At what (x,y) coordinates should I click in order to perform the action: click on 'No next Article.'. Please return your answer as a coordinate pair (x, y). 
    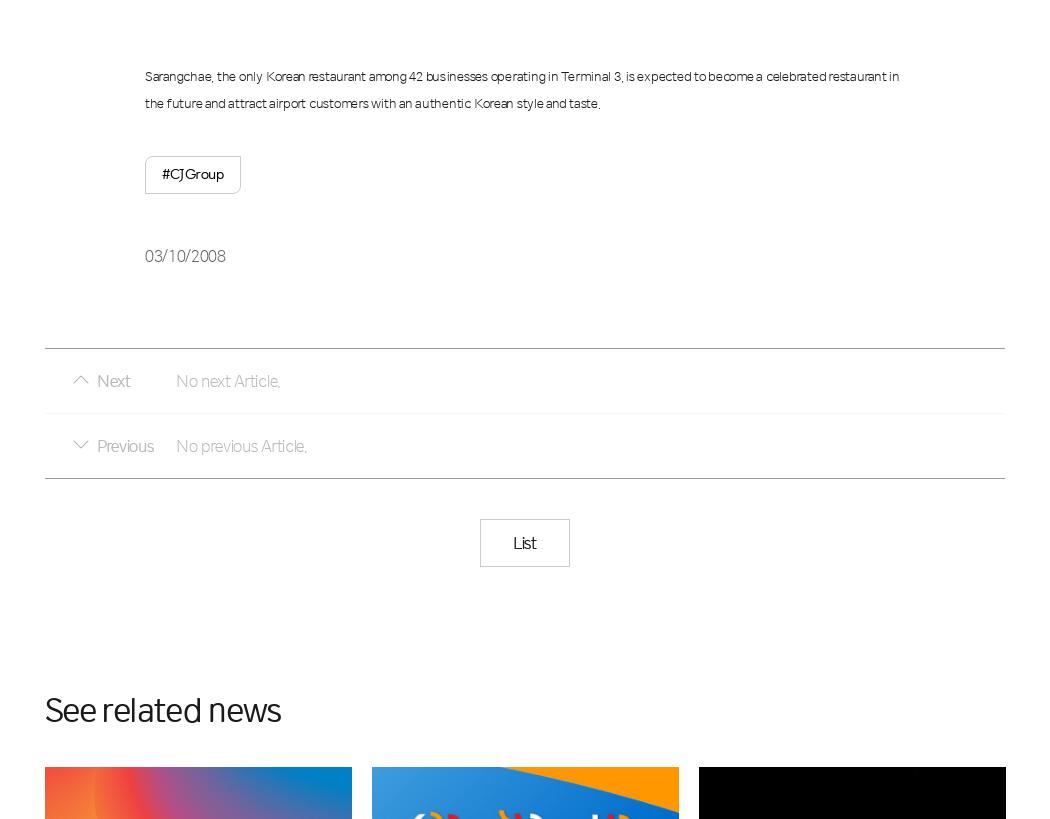
    Looking at the image, I should click on (227, 379).